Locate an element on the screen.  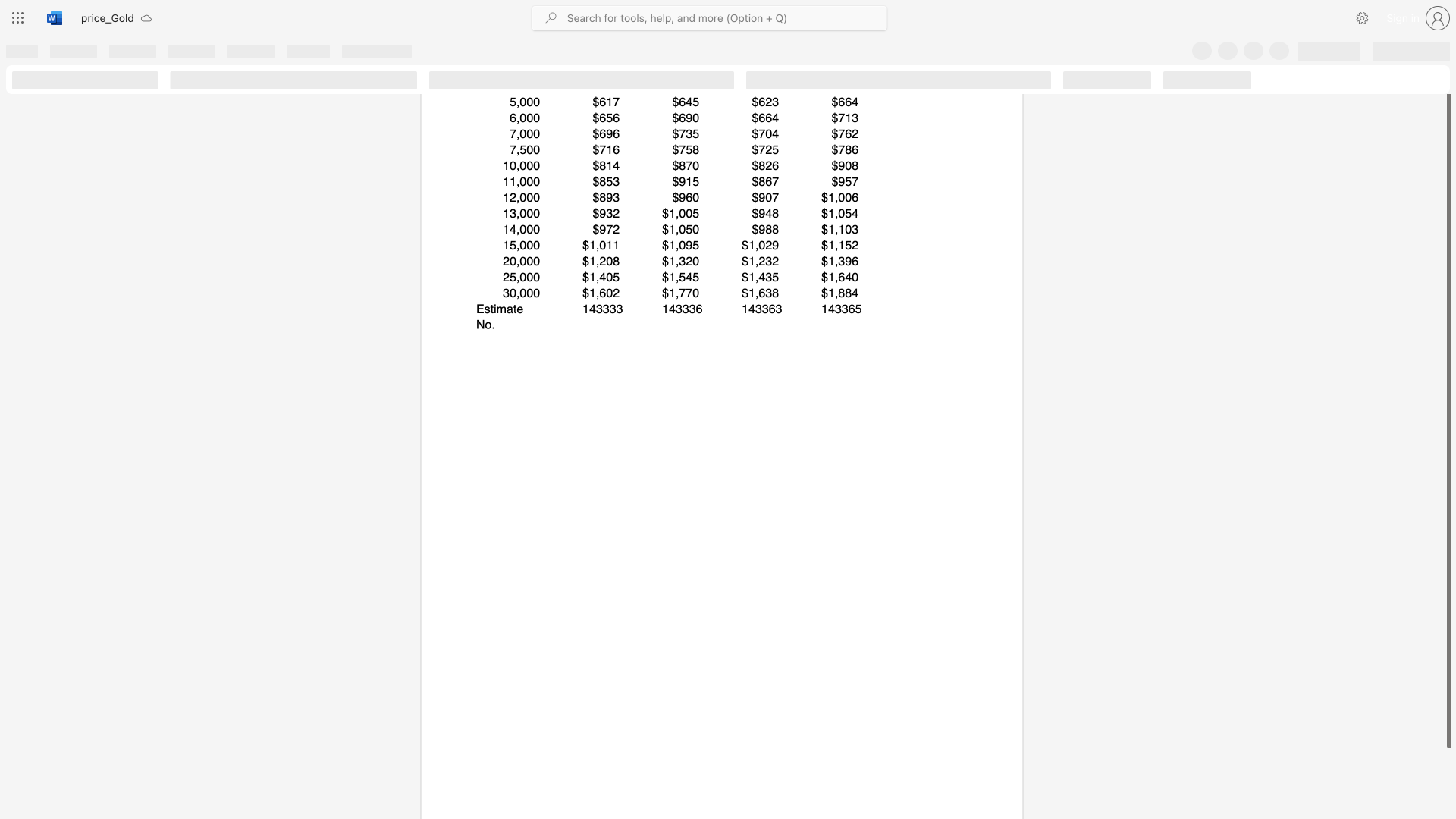
the scrollbar and move down 100 pixels is located at coordinates (1448, 415).